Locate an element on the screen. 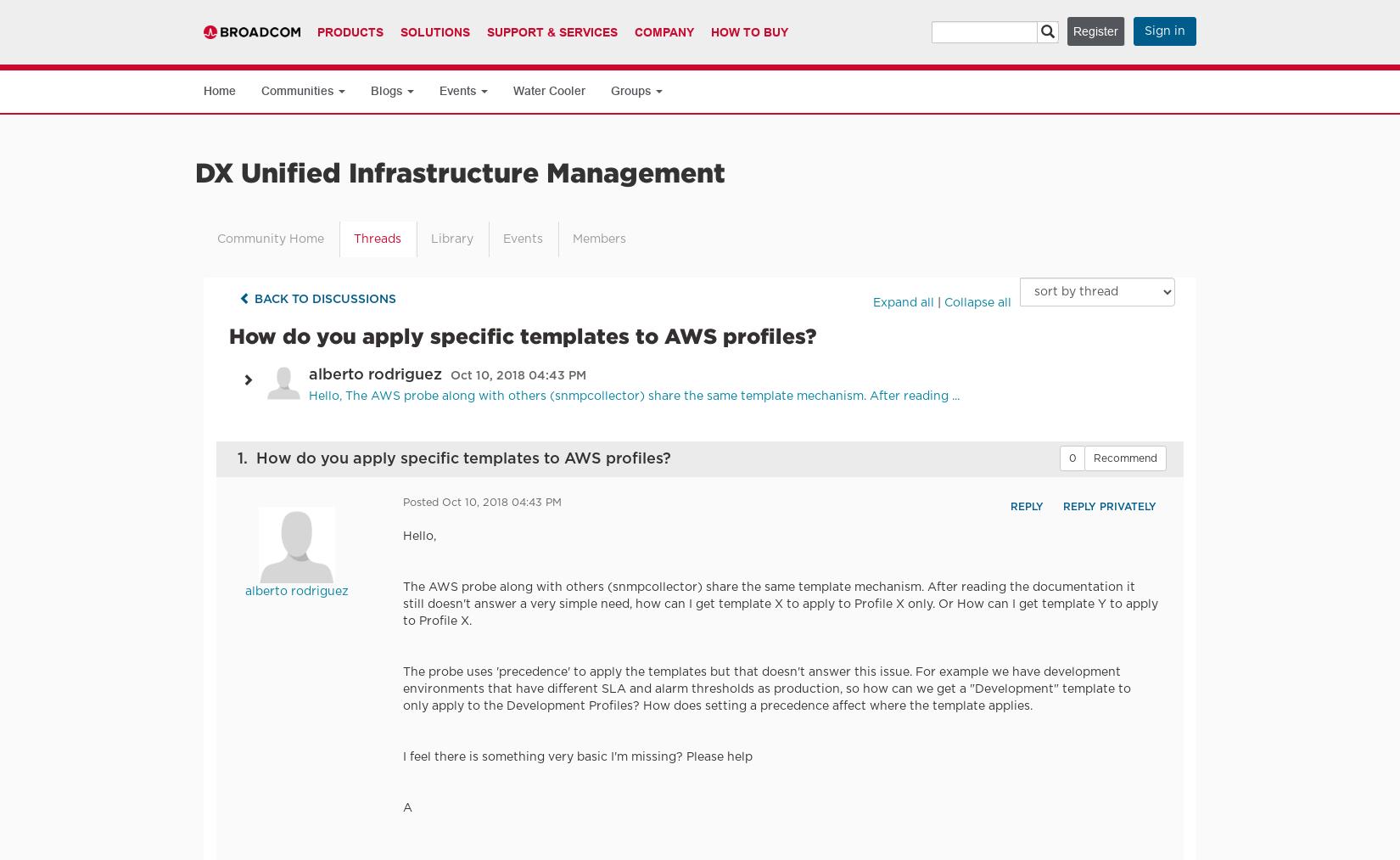 The image size is (1400, 860). 'The probe uses 'precedence' to apply the templates but that doesn't answer this issue. For example we have development environments that have different SLA and alarm thresholds as production, so how can we get a "Development" template to only apply to the Development Profiles? How does setting a precedence affect where the template applies.' is located at coordinates (767, 689).